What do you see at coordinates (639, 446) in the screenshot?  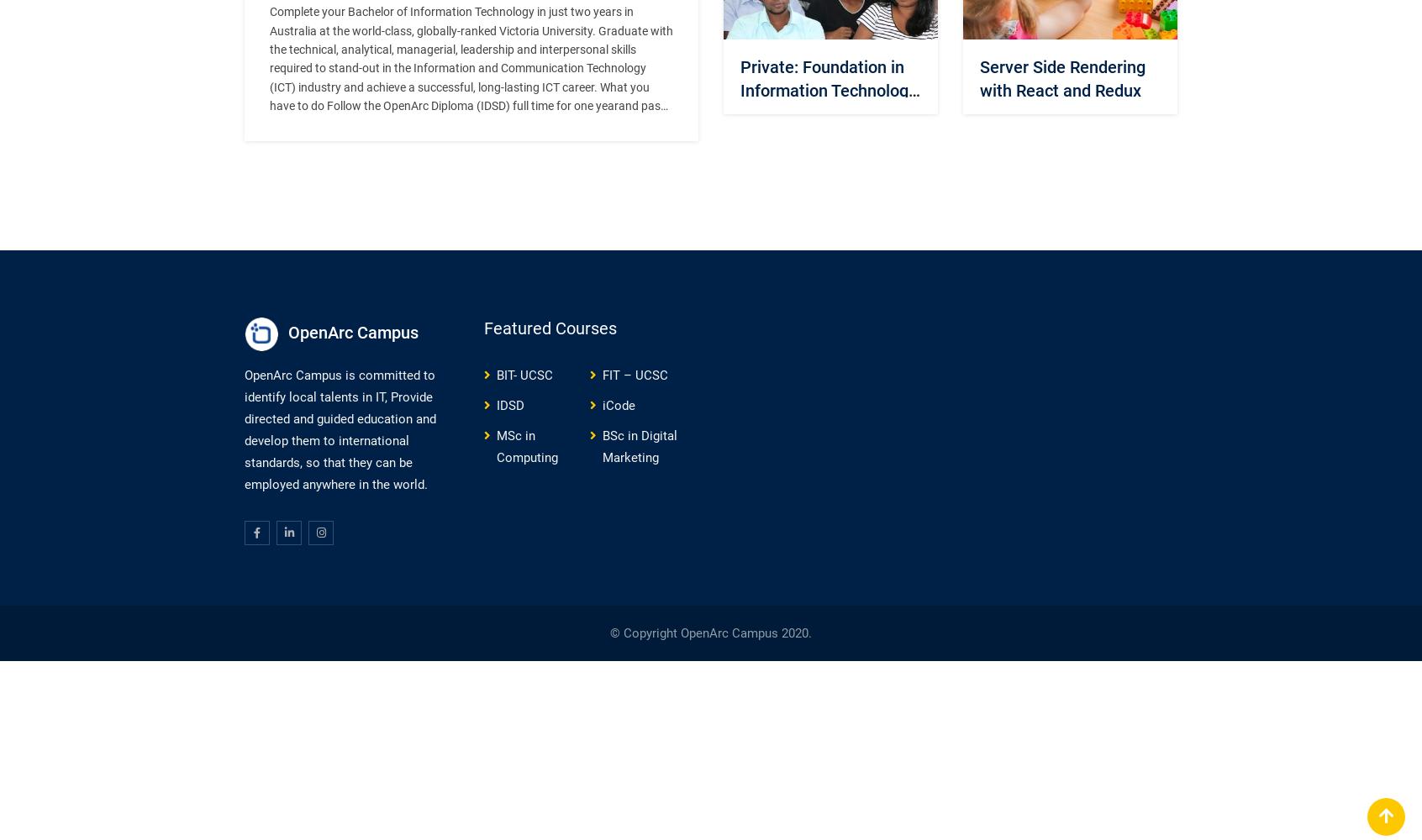 I see `'BSc in Digital Marketing'` at bounding box center [639, 446].